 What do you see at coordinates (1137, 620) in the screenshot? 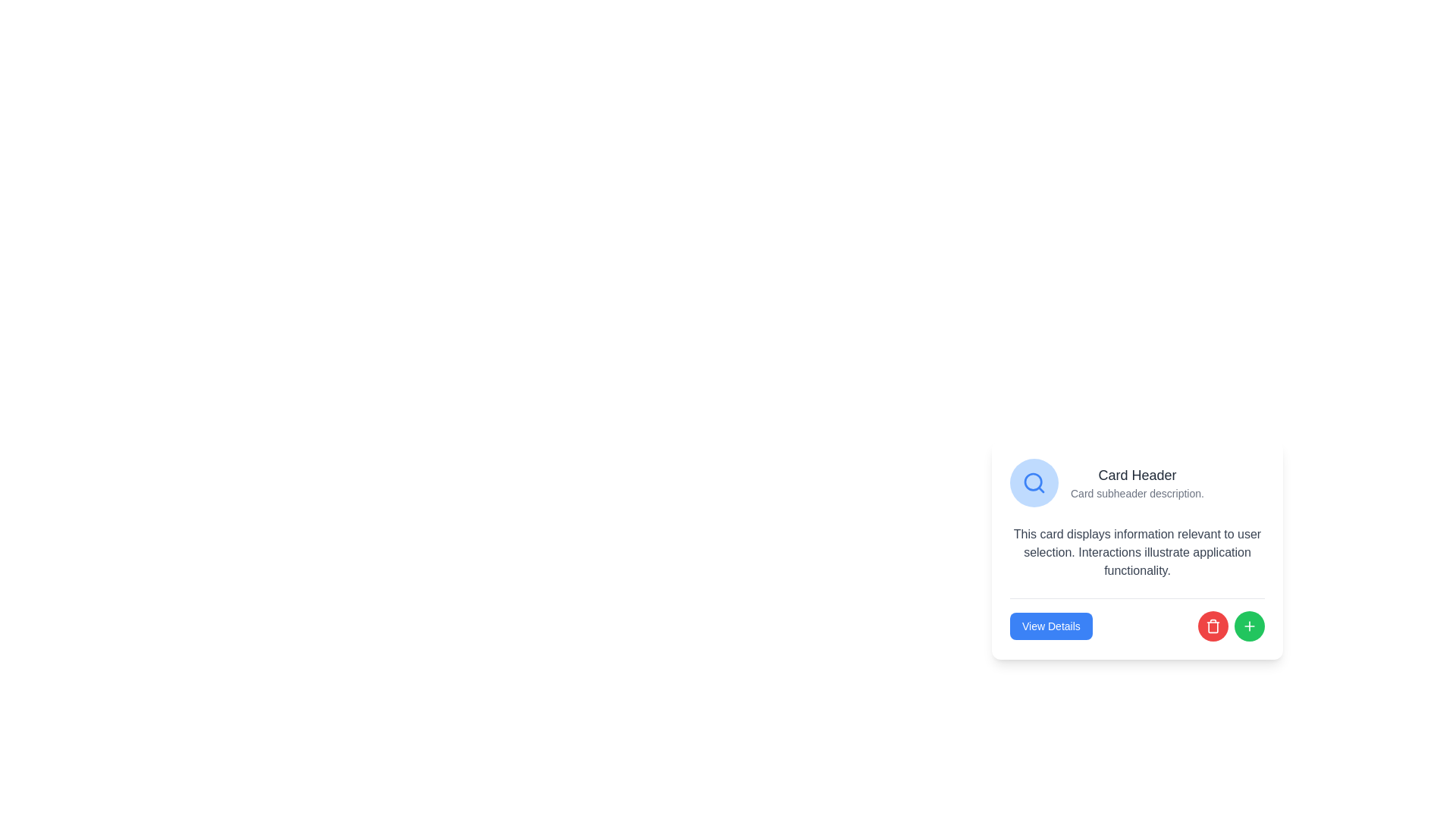
I see `the Interactive Button Group element located at the bottom of the card component, which includes a blue button labeled 'View Details', a red circular icon, and a green circular icon` at bounding box center [1137, 620].